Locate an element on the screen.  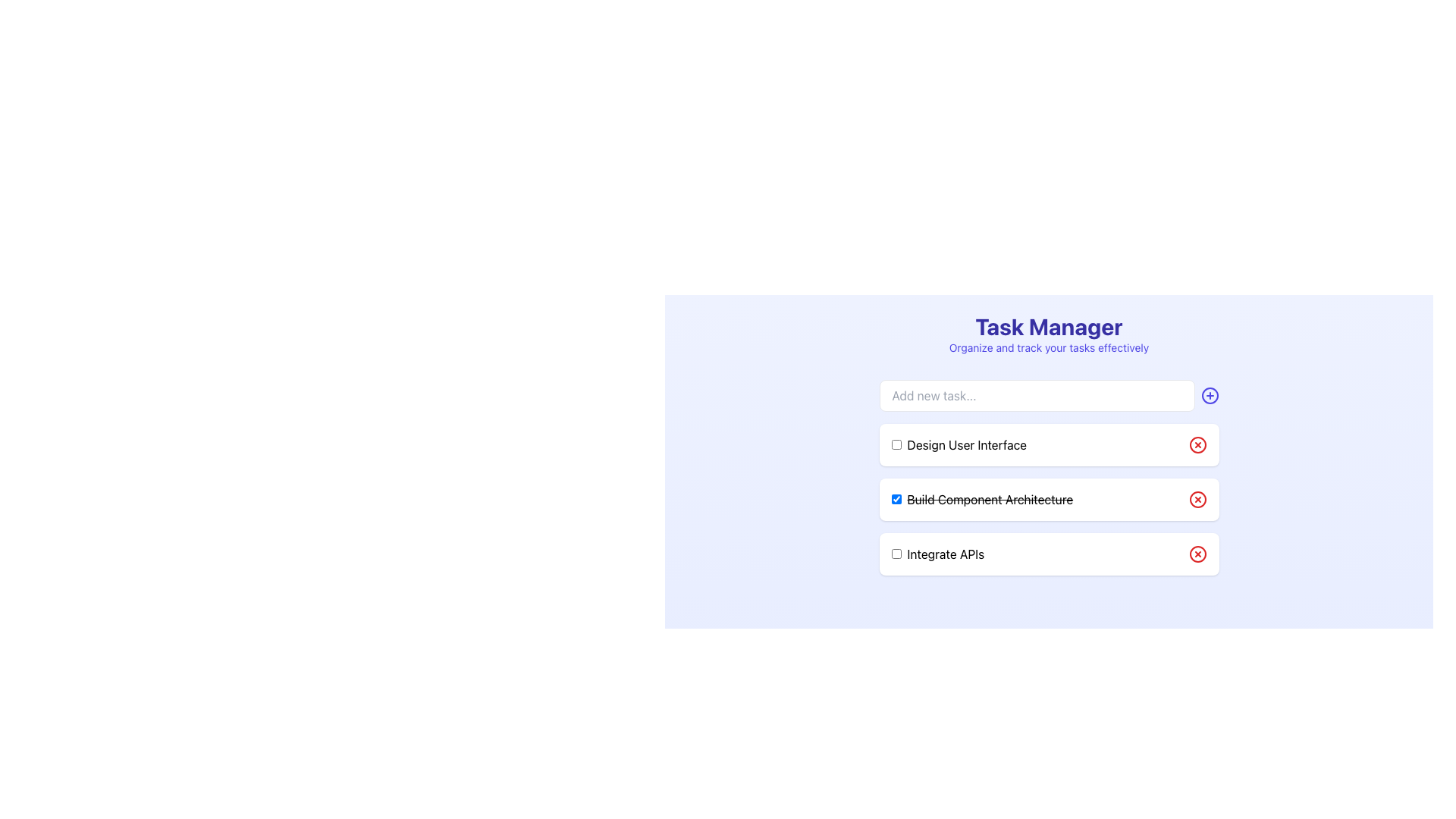
the delete button located at the far right of the 'Integrate APIs' card is located at coordinates (1197, 554).